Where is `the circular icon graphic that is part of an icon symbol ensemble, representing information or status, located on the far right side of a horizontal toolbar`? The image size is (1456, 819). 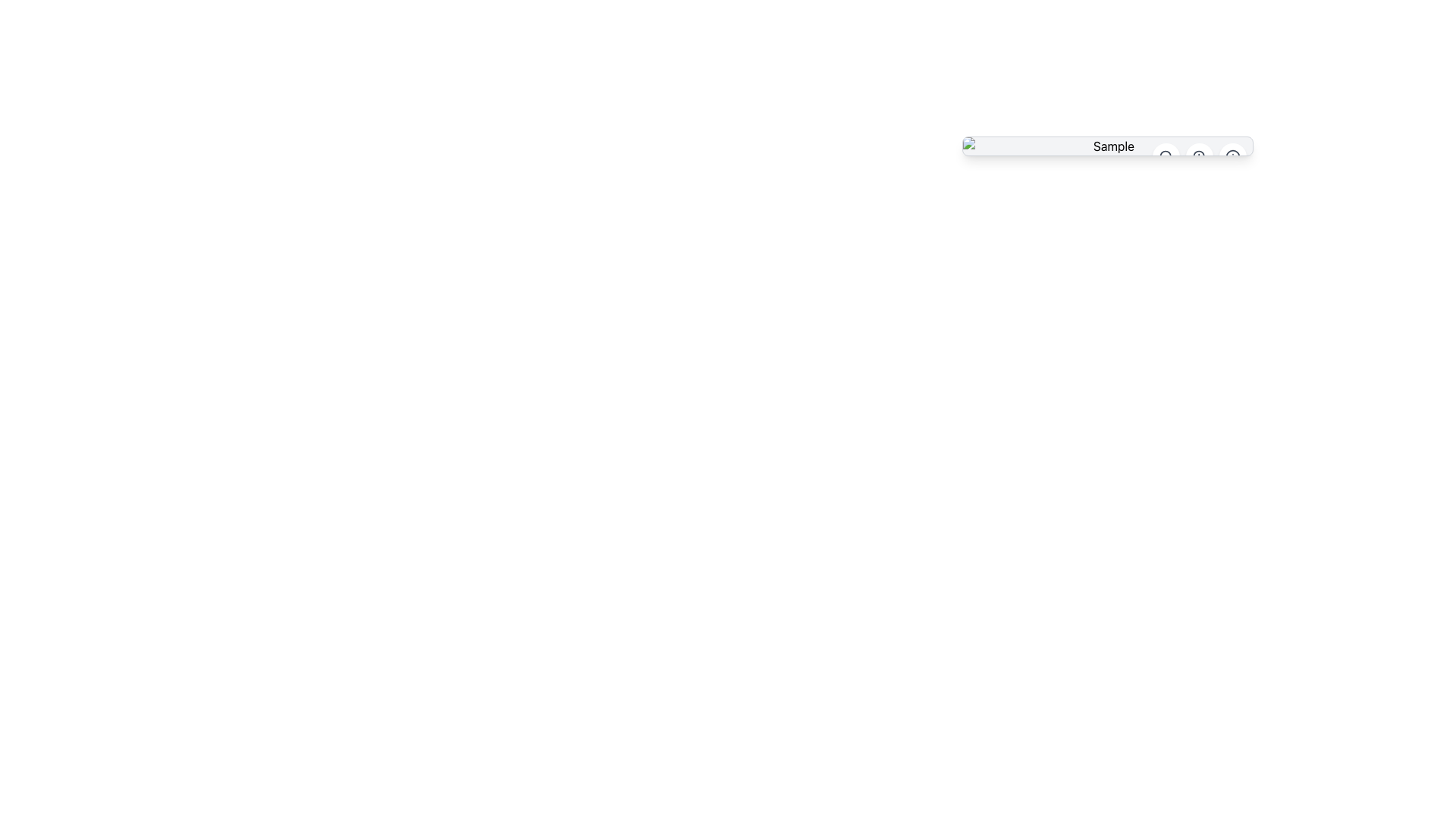 the circular icon graphic that is part of an icon symbol ensemble, representing information or status, located on the far right side of a horizontal toolbar is located at coordinates (1233, 157).